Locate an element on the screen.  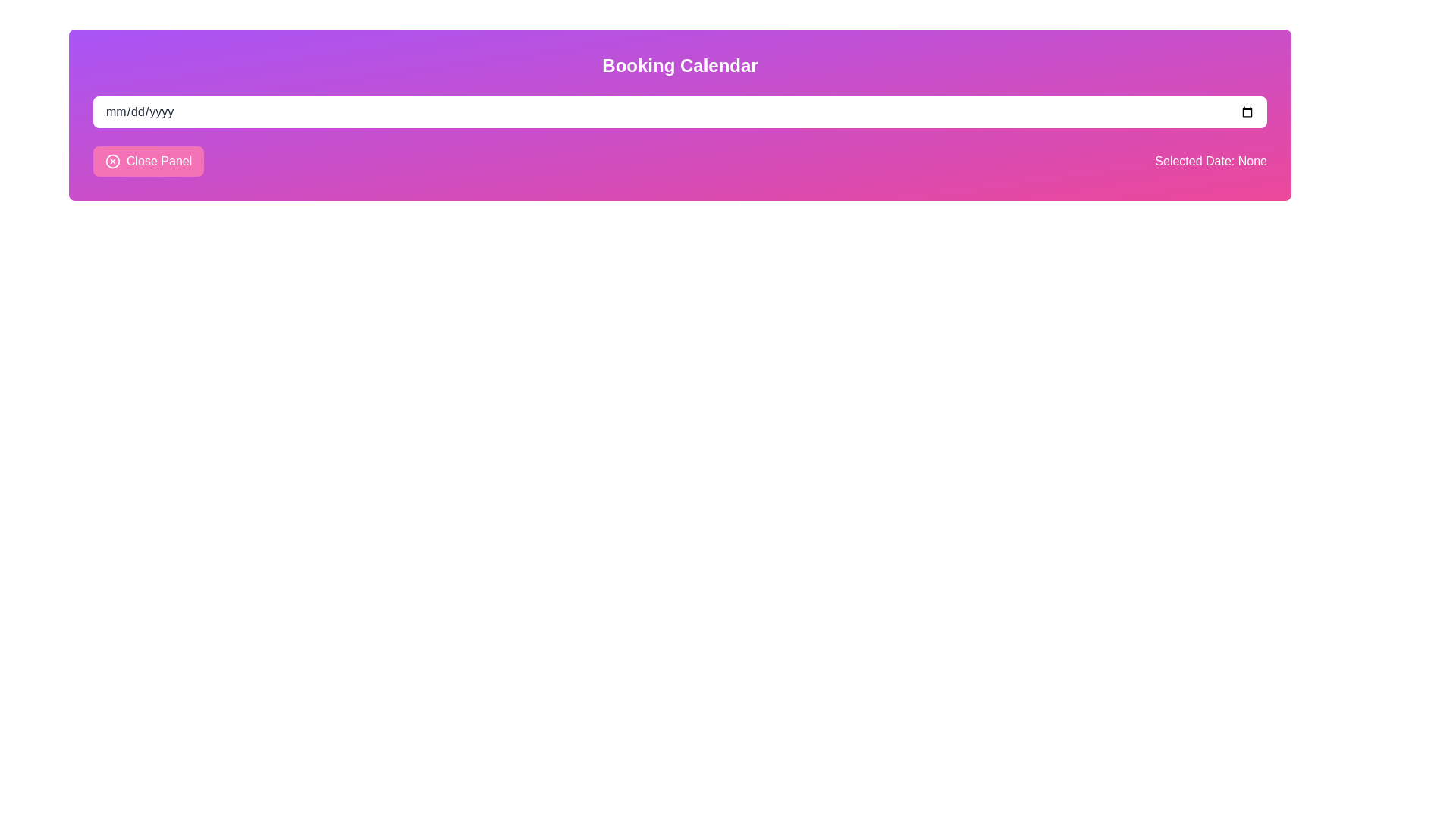
the circular SVG element that is part of the 'Close Panel' button located at the bottom-left corner of the interface is located at coordinates (111, 161).